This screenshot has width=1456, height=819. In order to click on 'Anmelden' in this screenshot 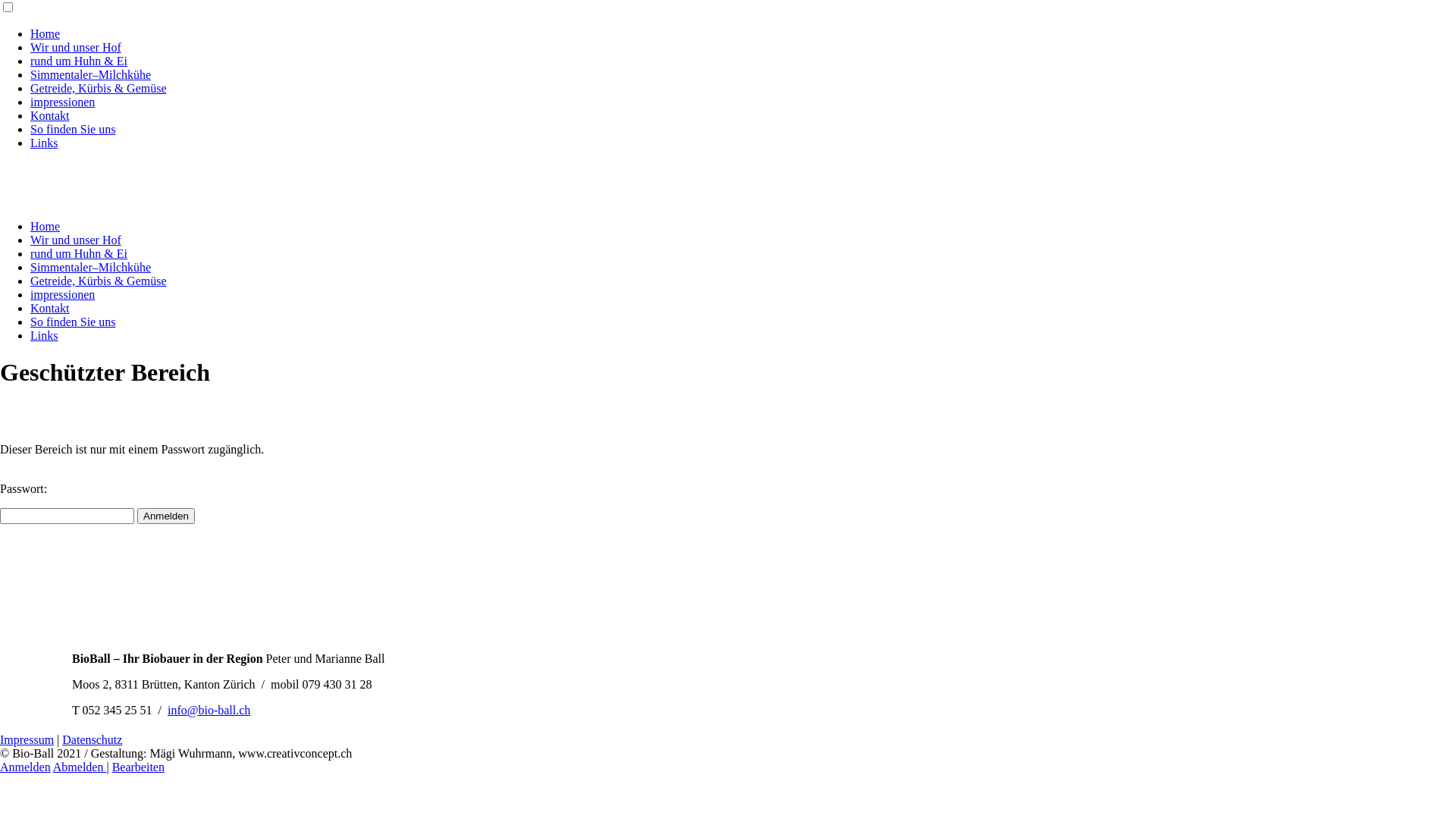, I will do `click(137, 515)`.